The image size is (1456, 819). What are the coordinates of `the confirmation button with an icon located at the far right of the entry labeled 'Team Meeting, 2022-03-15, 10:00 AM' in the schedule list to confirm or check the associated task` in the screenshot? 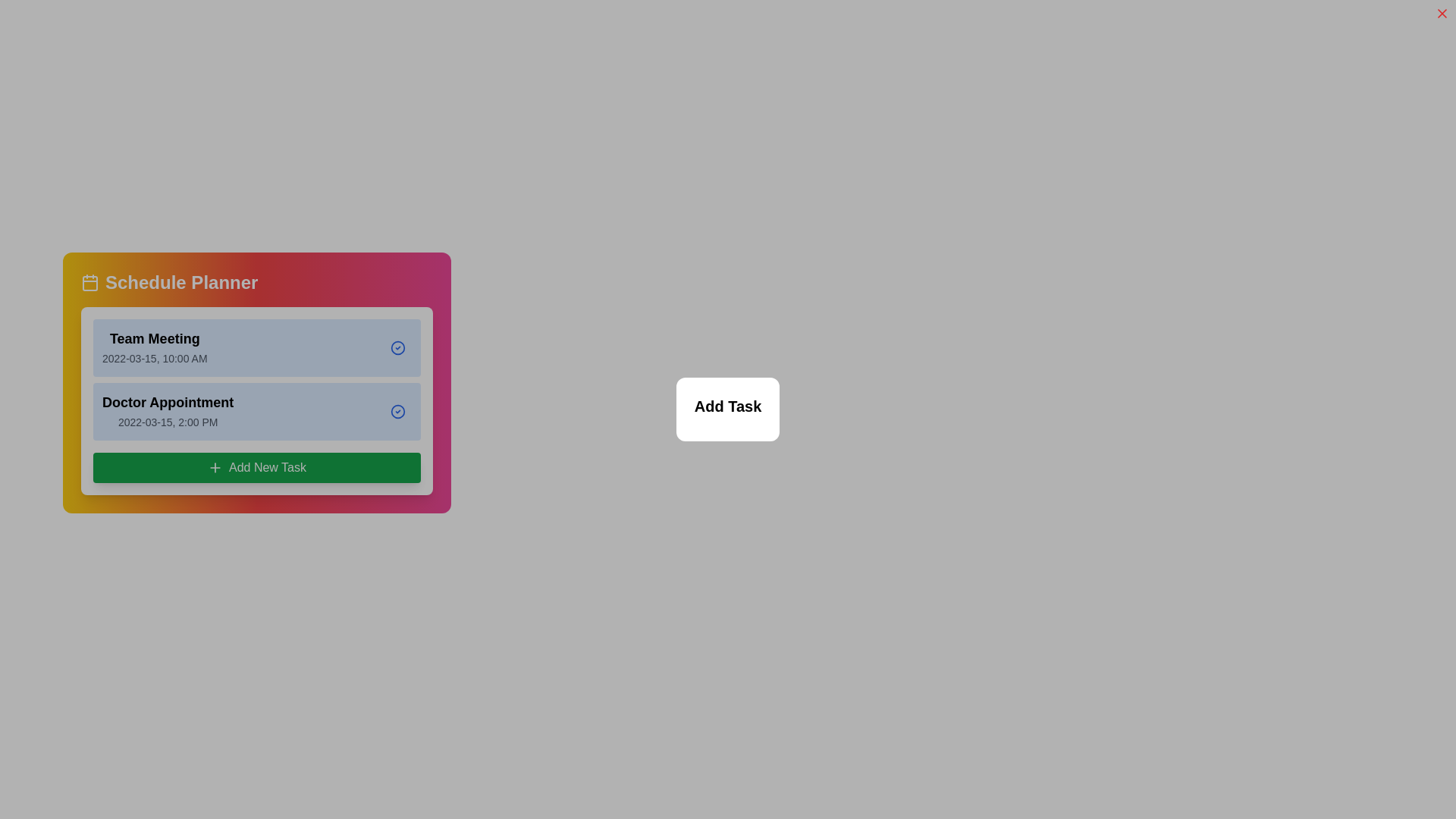 It's located at (397, 348).